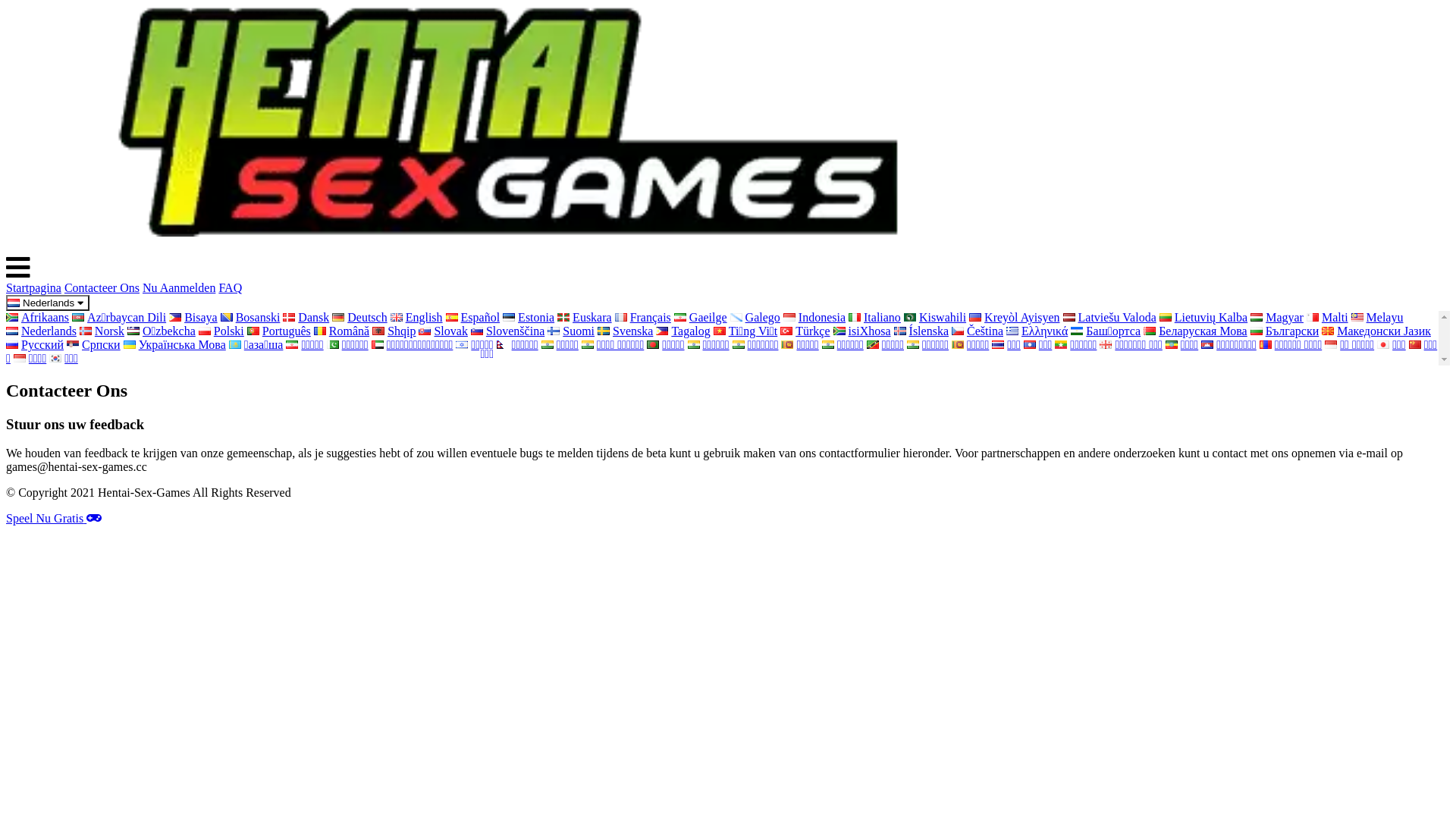 The width and height of the screenshot is (1456, 819). What do you see at coordinates (874, 316) in the screenshot?
I see `'Italiano'` at bounding box center [874, 316].